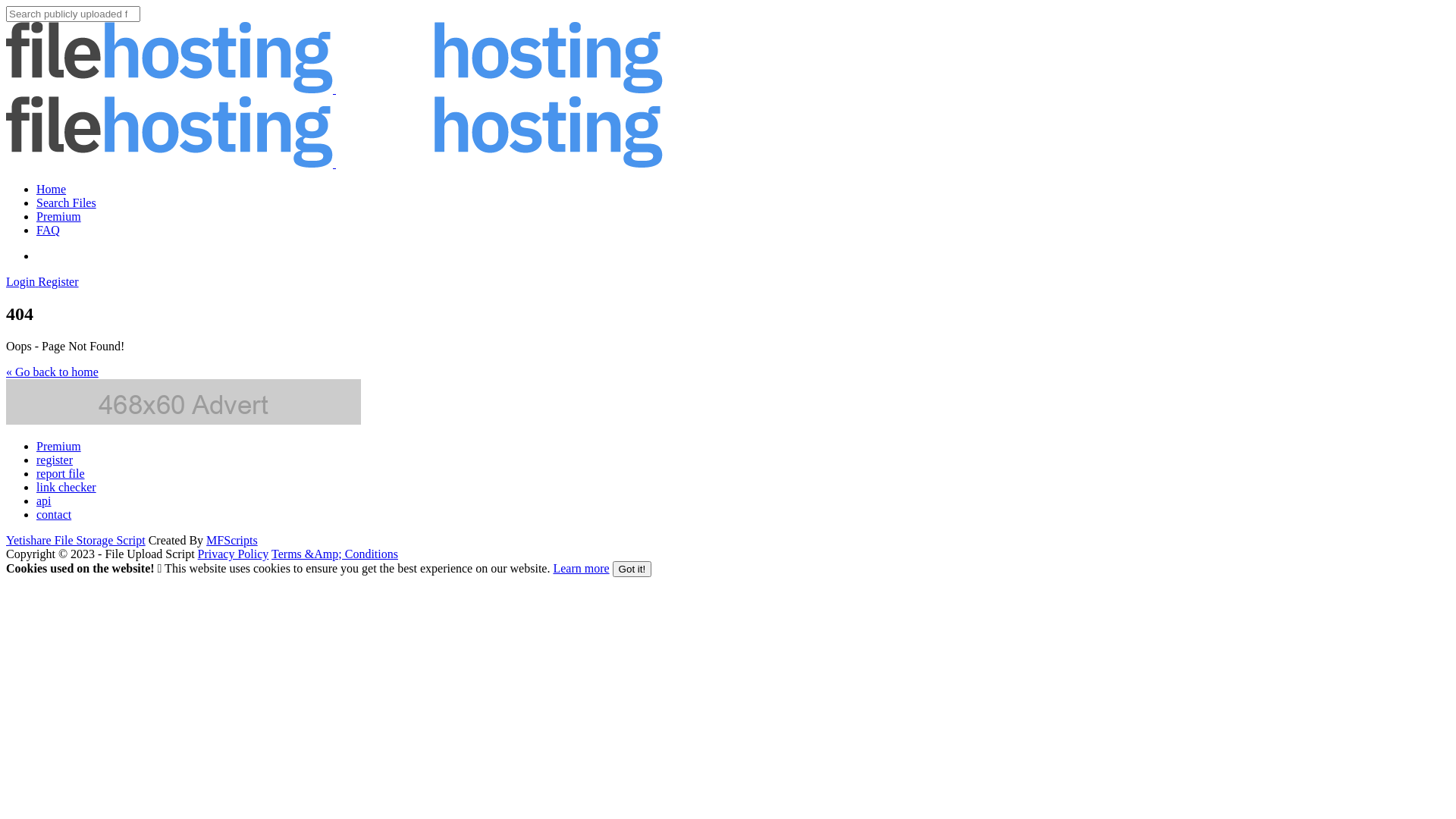 This screenshot has width=1456, height=819. What do you see at coordinates (580, 568) in the screenshot?
I see `'Learn more'` at bounding box center [580, 568].